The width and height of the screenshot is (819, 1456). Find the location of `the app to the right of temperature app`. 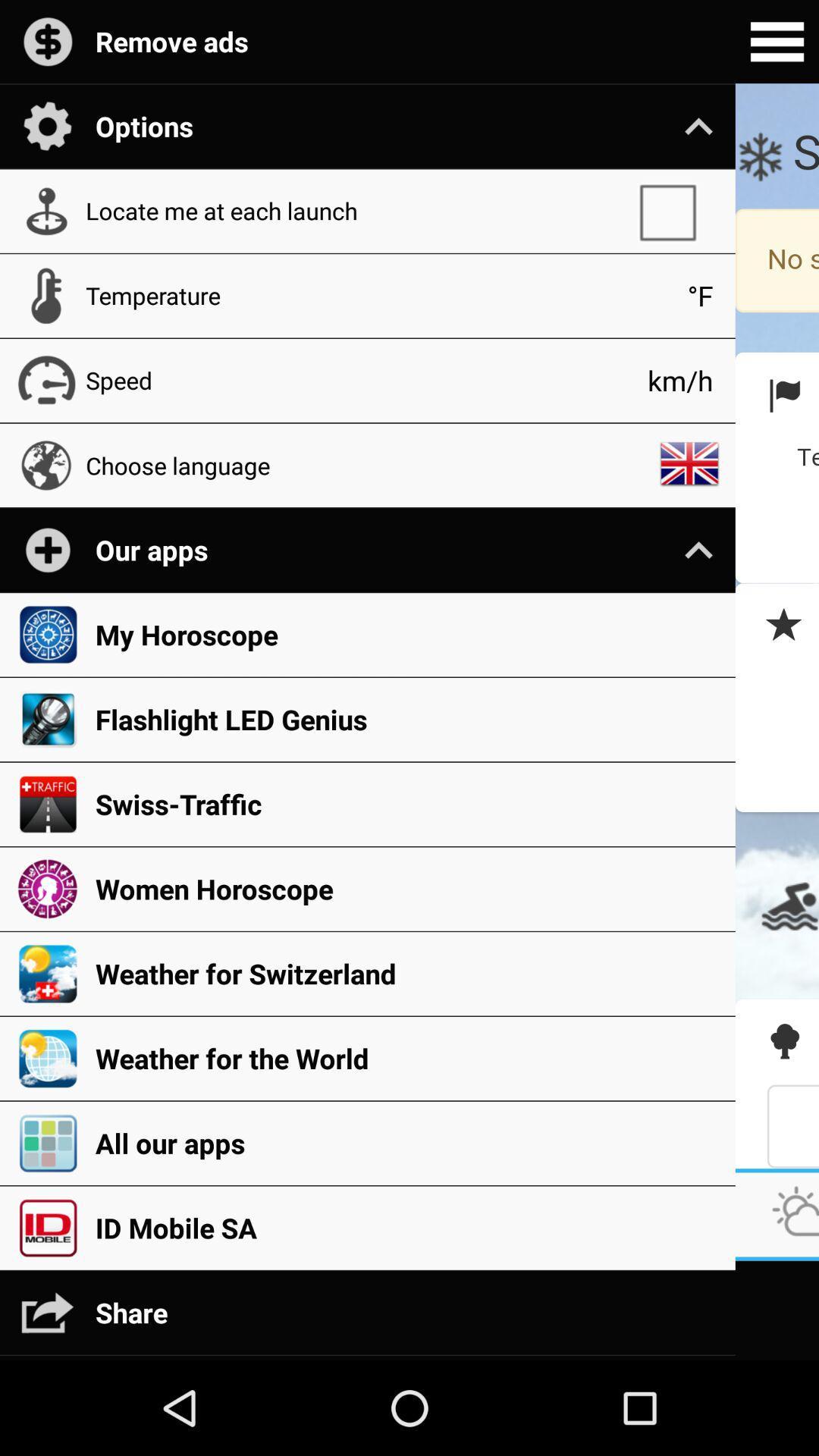

the app to the right of temperature app is located at coordinates (700, 296).